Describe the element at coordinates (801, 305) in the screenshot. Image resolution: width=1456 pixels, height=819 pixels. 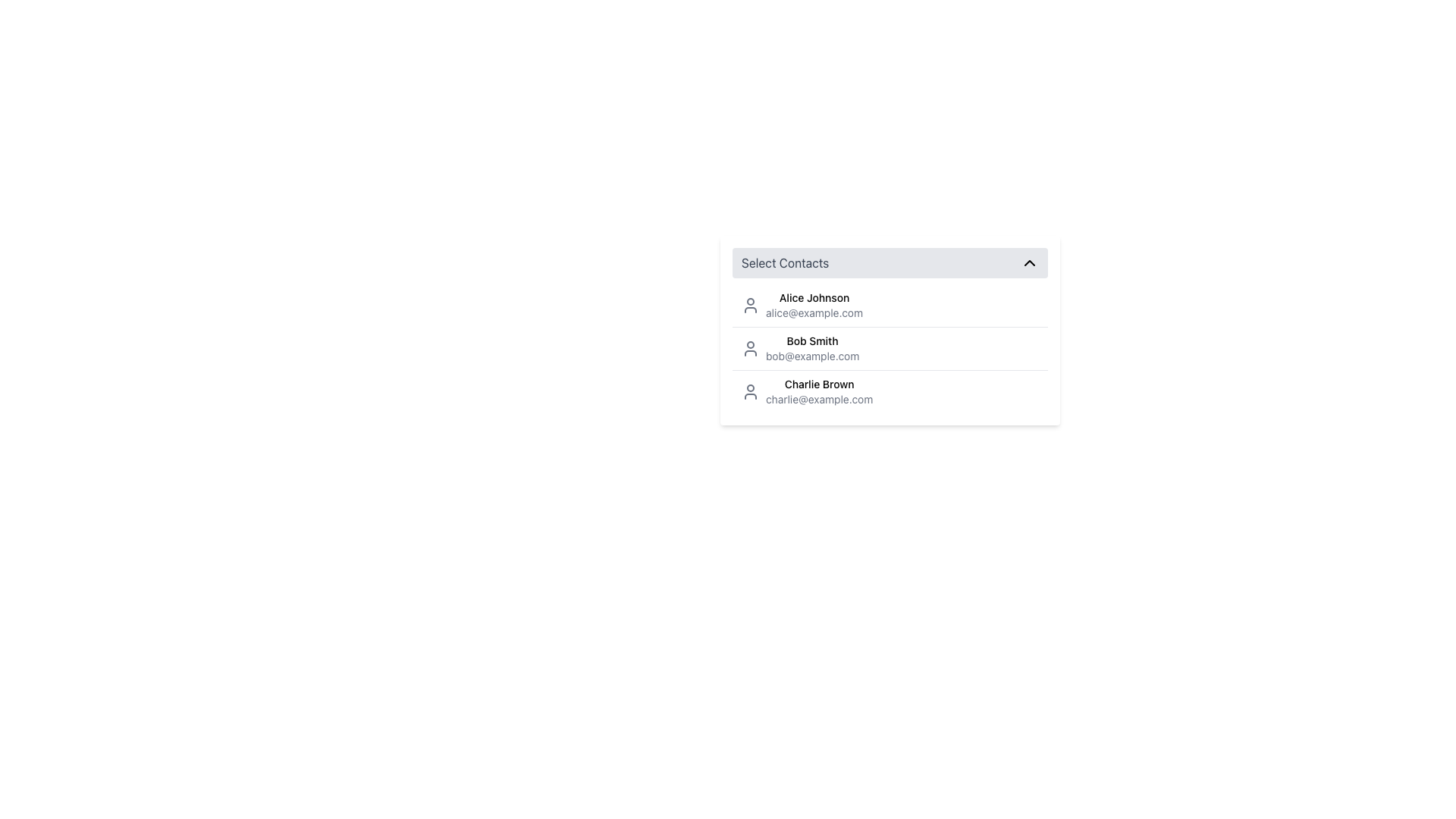
I see `the user profile item for 'Alice Johnson' in the 'Select Contacts' section, which displays the name and email address` at that location.